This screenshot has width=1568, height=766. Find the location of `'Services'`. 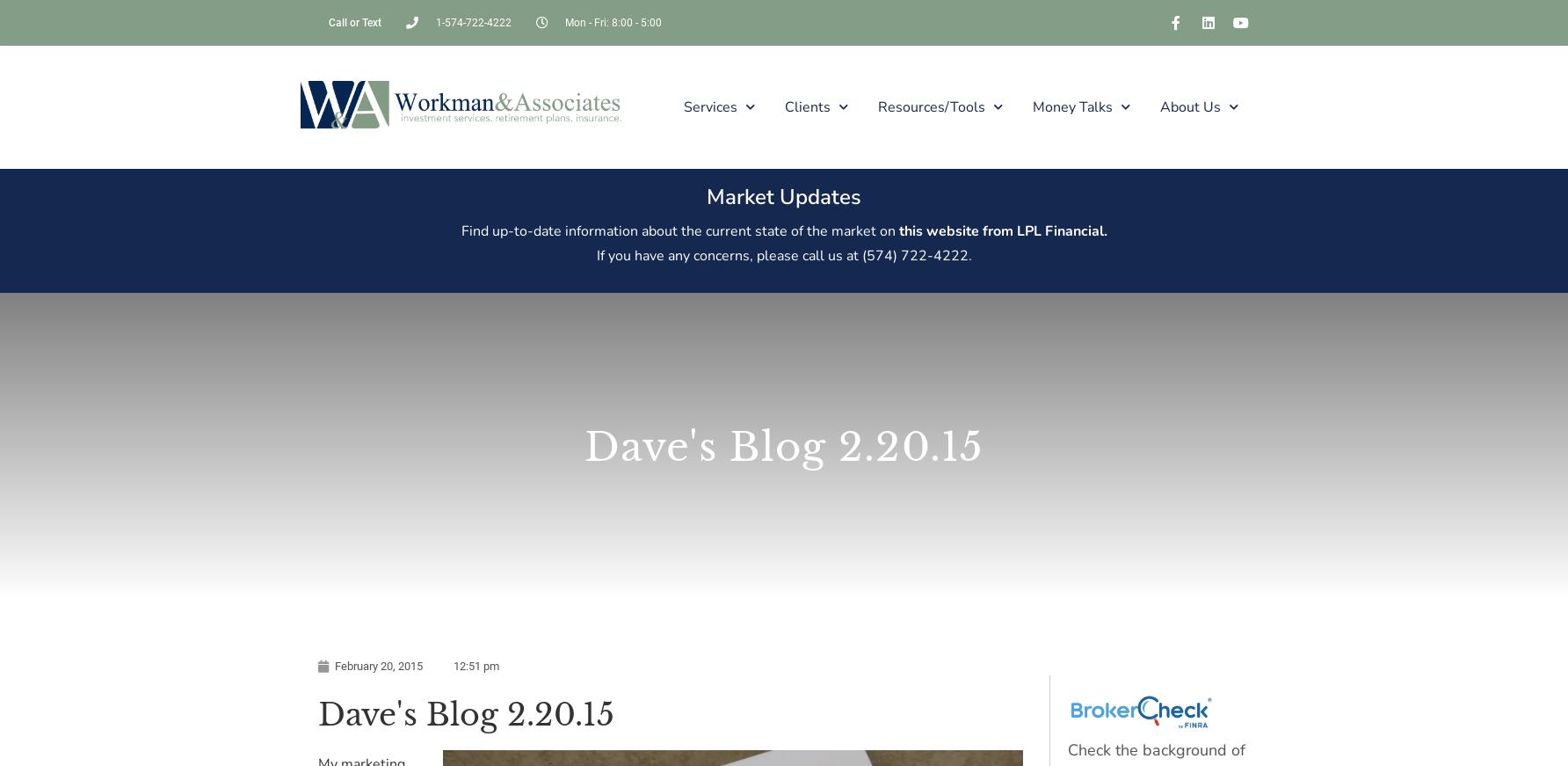

'Services' is located at coordinates (682, 105).